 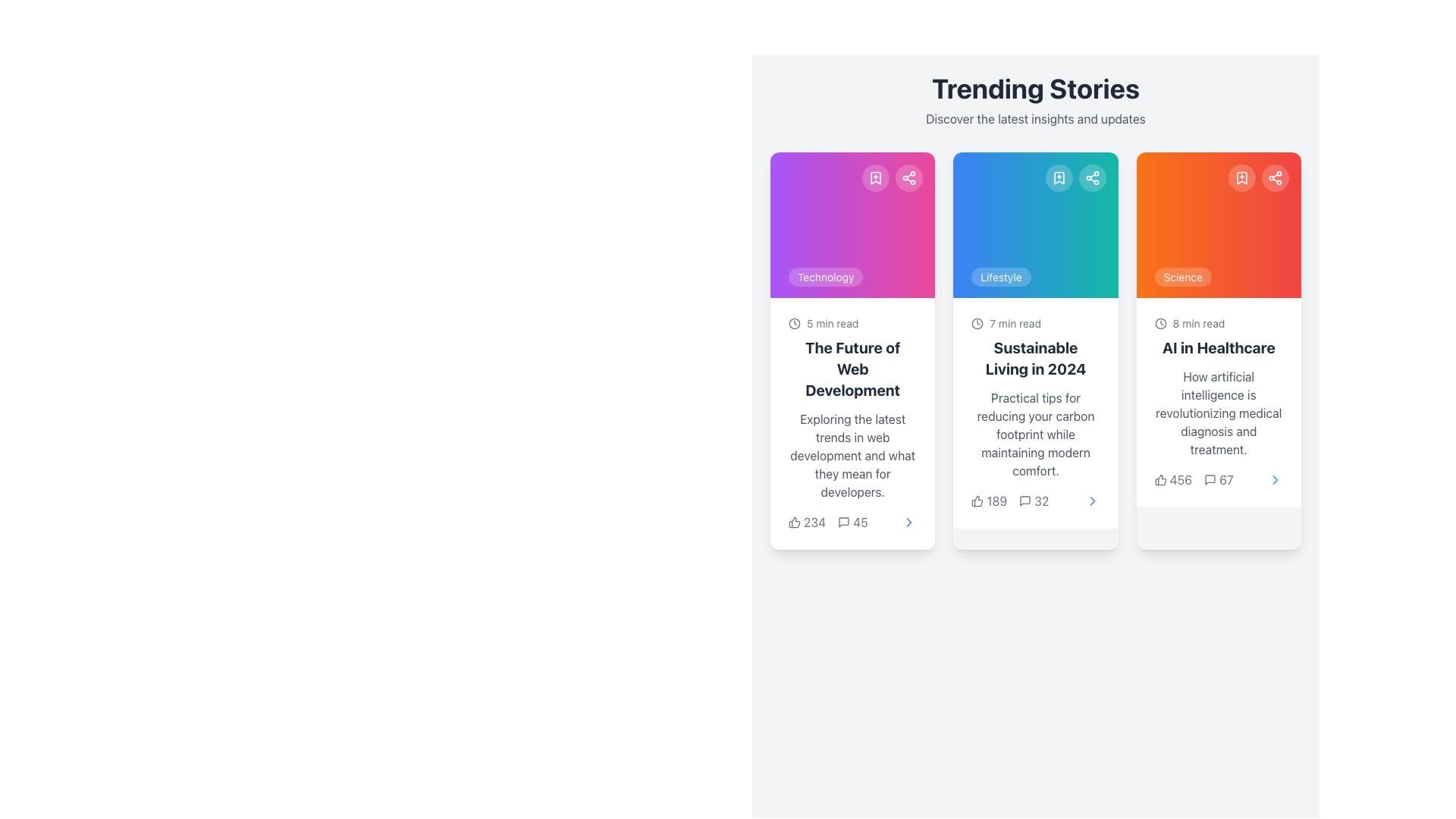 I want to click on the static text label displaying the estimated reading time located in the bottom-left area of the third story card in the 'Trending Stories' section, positioned to the right of a clock icon, so click(x=1197, y=323).